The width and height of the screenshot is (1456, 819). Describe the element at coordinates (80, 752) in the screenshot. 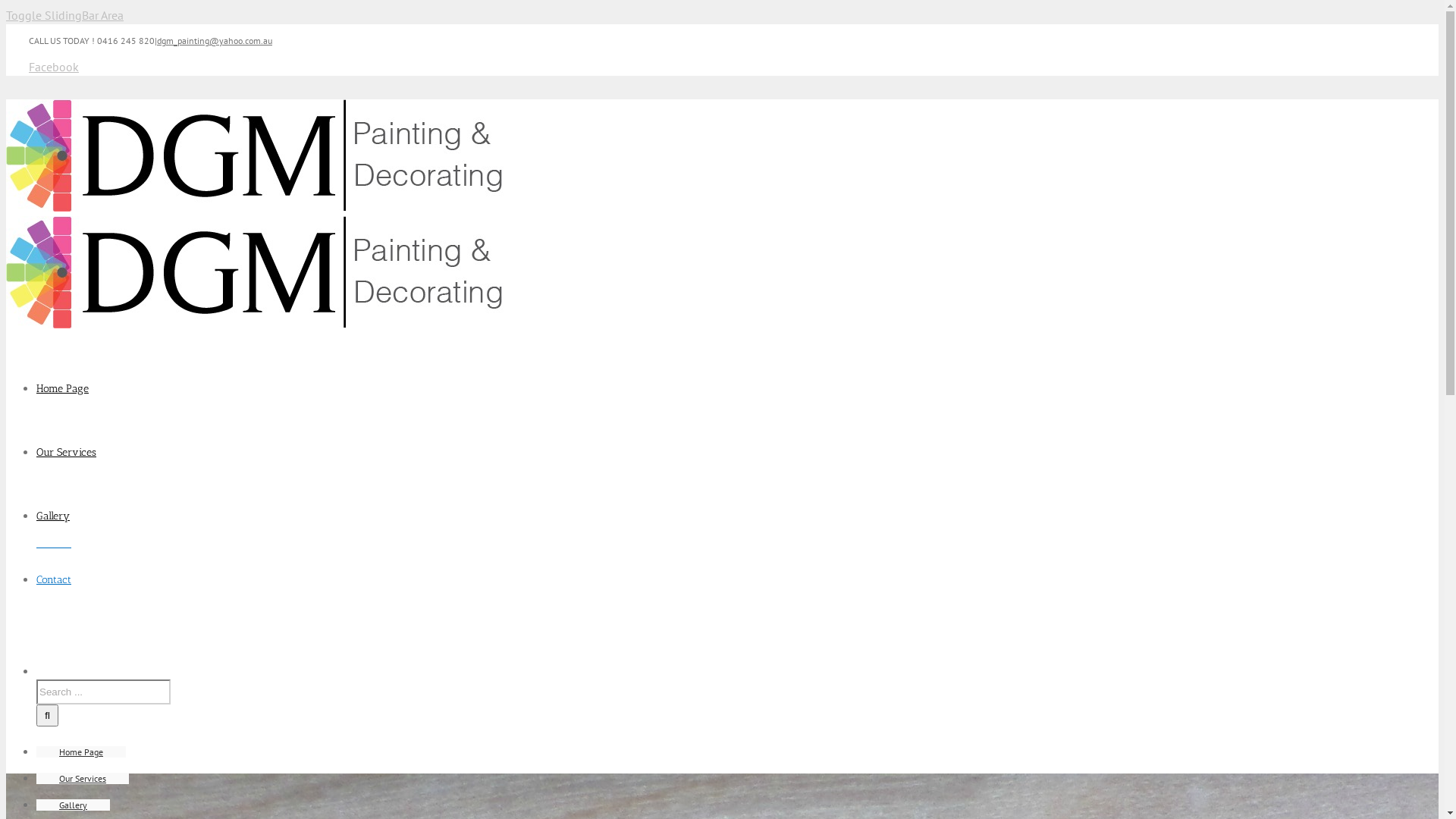

I see `'Home Page'` at that location.